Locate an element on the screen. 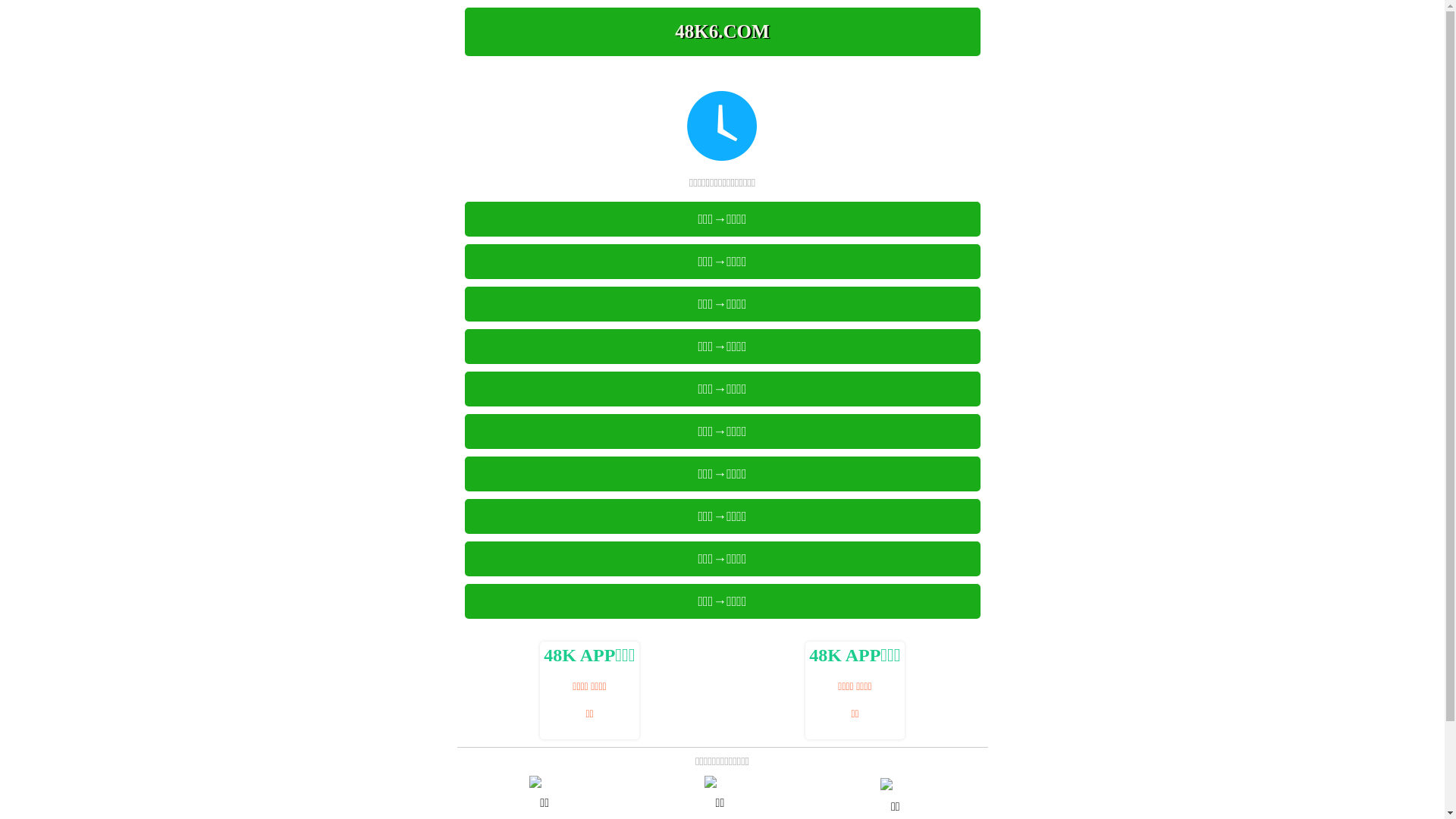  '48K6.COM' is located at coordinates (720, 32).